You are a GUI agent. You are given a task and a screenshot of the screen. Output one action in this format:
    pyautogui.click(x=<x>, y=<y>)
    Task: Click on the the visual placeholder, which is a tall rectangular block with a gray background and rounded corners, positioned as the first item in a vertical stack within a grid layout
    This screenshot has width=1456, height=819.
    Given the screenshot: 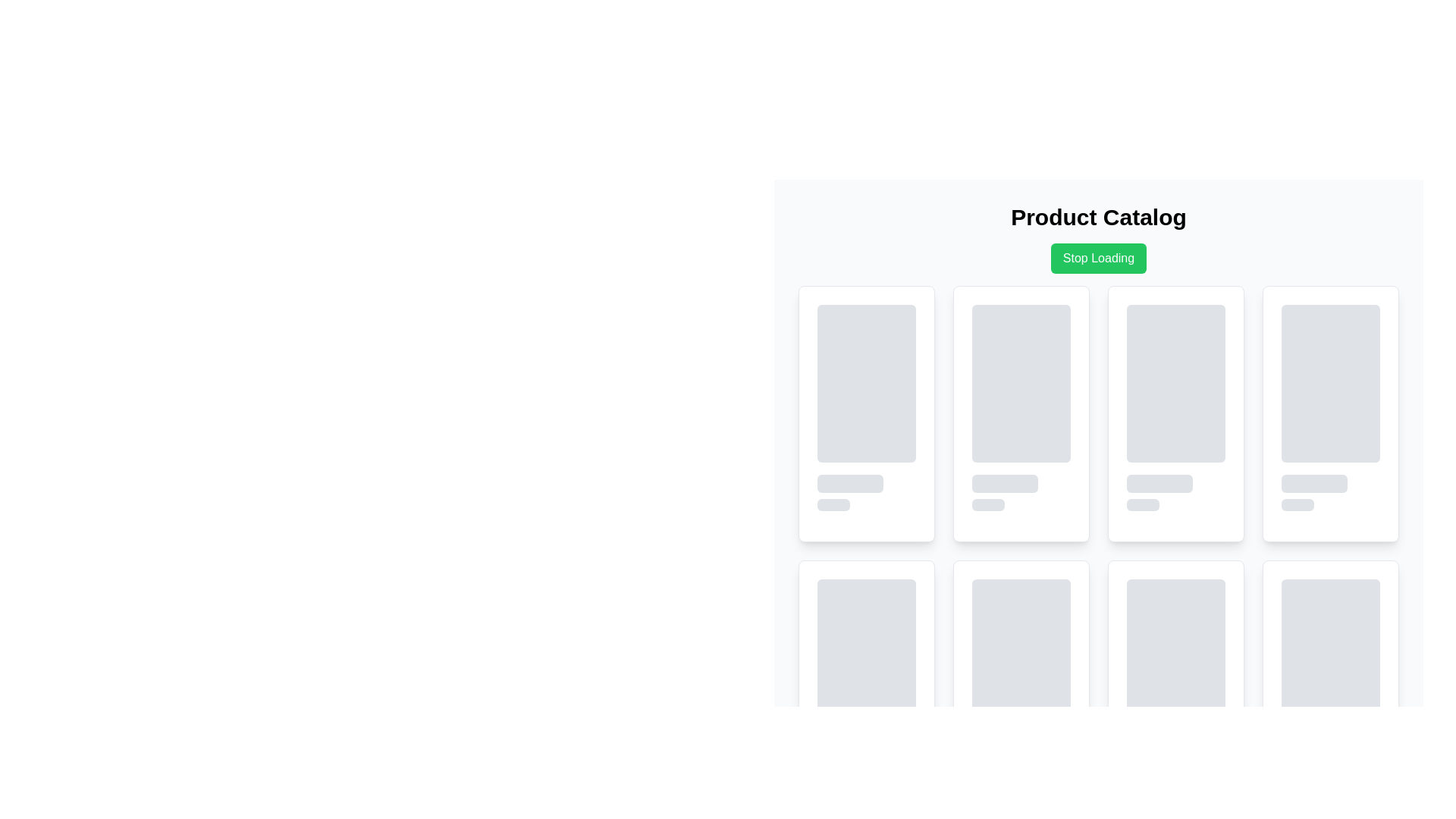 What is the action you would take?
    pyautogui.click(x=1021, y=657)
    